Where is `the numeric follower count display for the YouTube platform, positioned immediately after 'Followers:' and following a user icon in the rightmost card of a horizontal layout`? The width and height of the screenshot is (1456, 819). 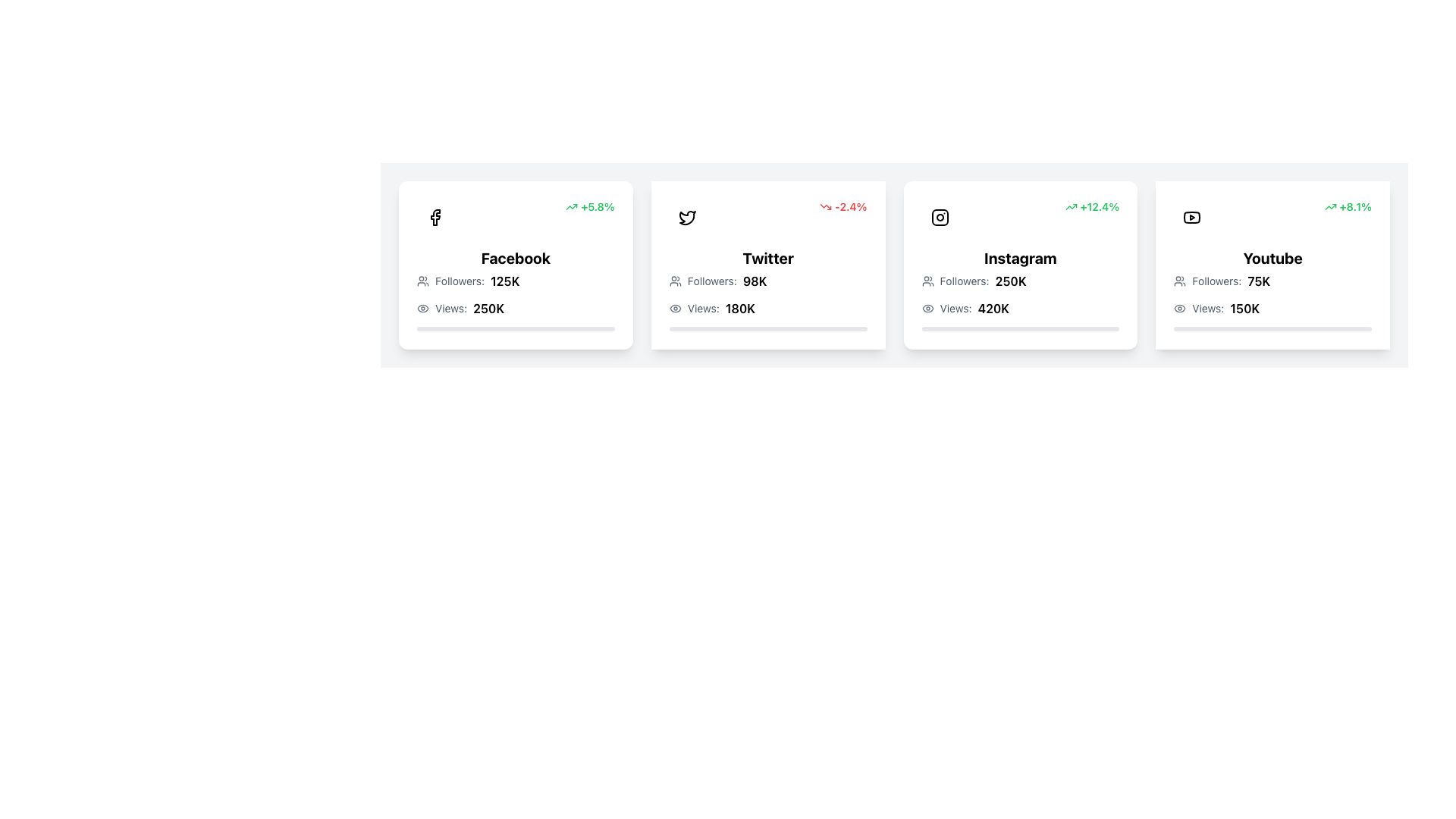 the numeric follower count display for the YouTube platform, positioned immediately after 'Followers:' and following a user icon in the rightmost card of a horizontal layout is located at coordinates (1259, 281).